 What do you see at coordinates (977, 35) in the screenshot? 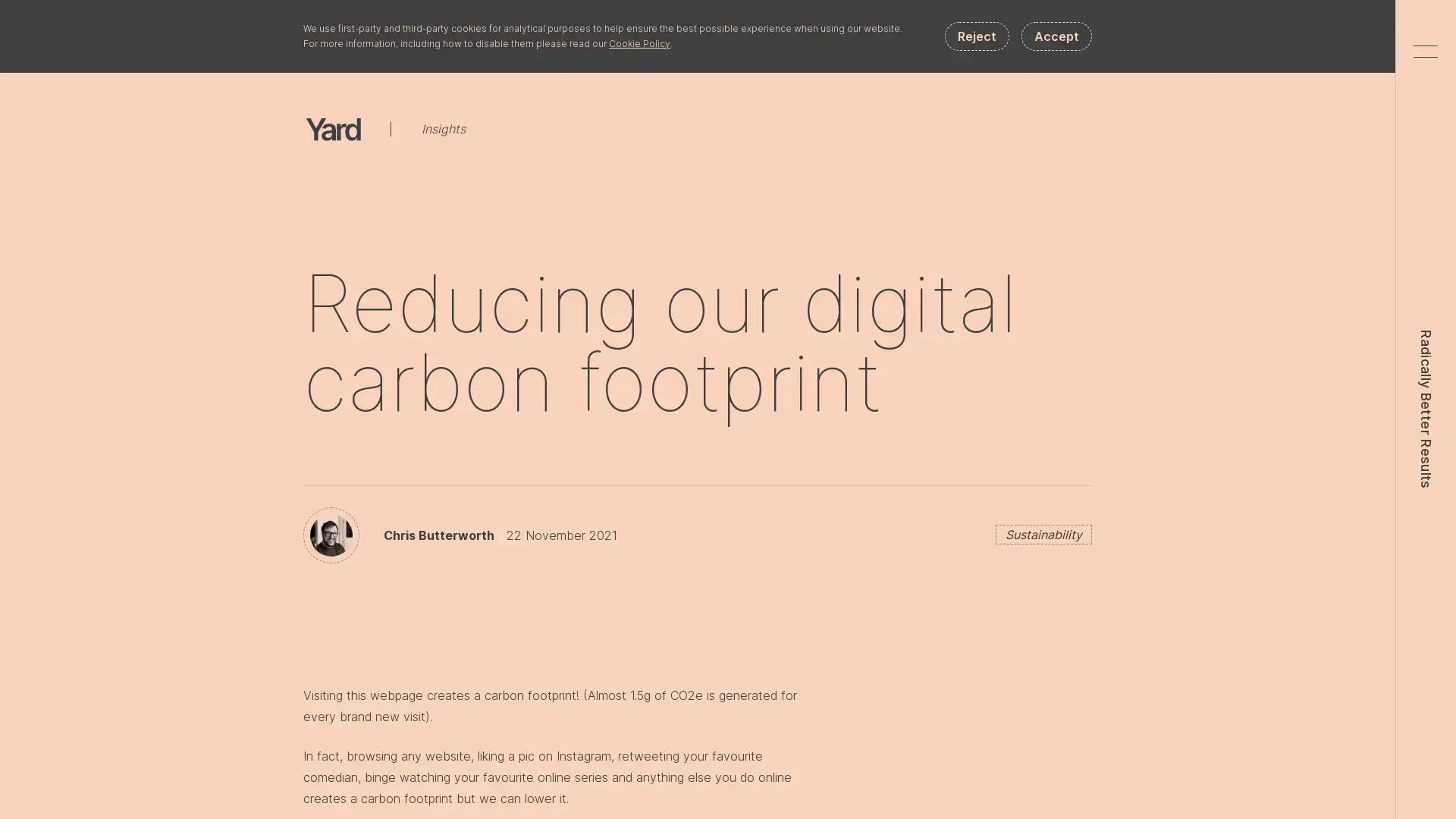
I see `Reject` at bounding box center [977, 35].